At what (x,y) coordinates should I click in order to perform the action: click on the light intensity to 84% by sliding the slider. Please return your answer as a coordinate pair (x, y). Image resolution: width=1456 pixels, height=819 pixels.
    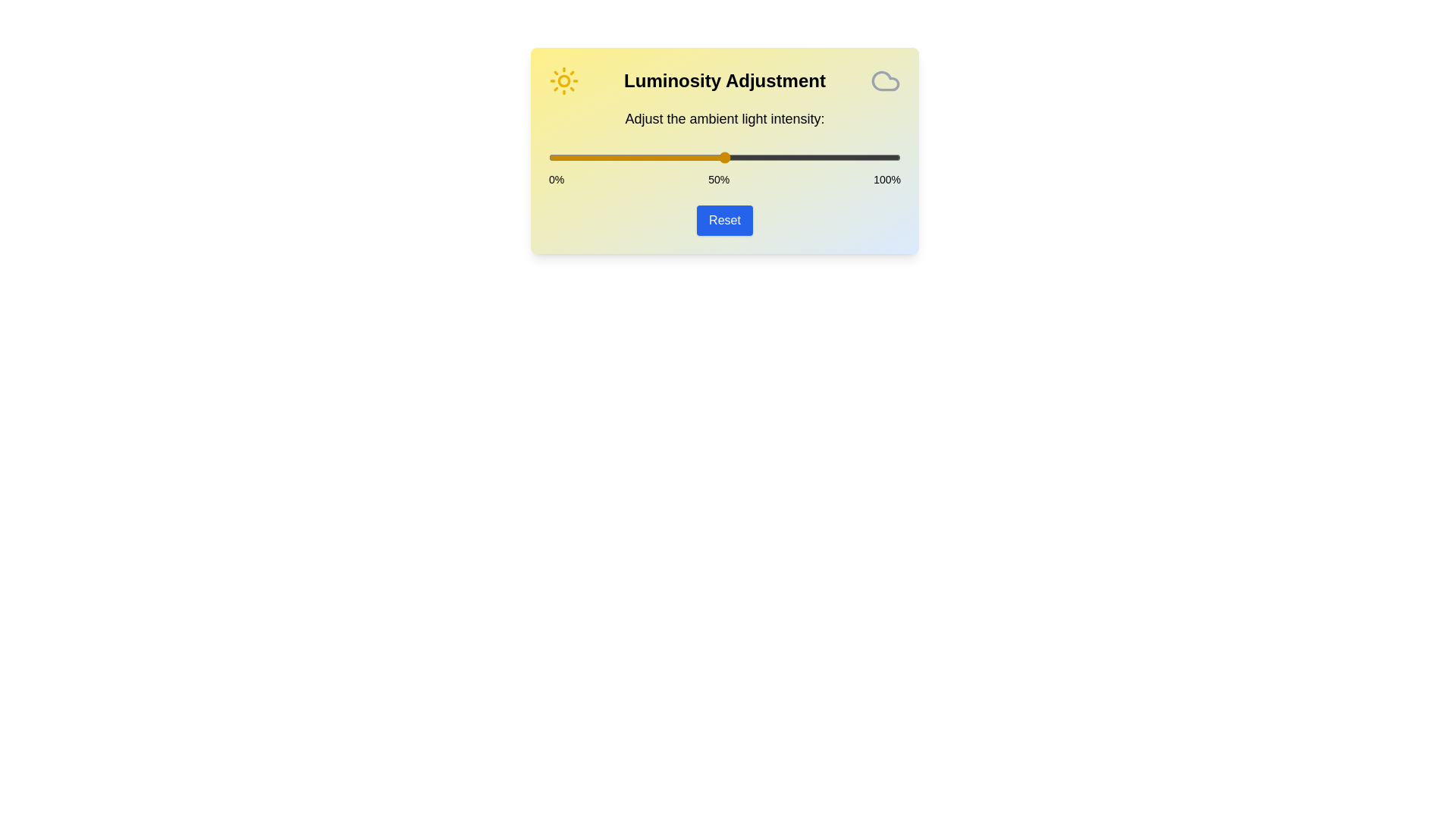
    Looking at the image, I should click on (843, 158).